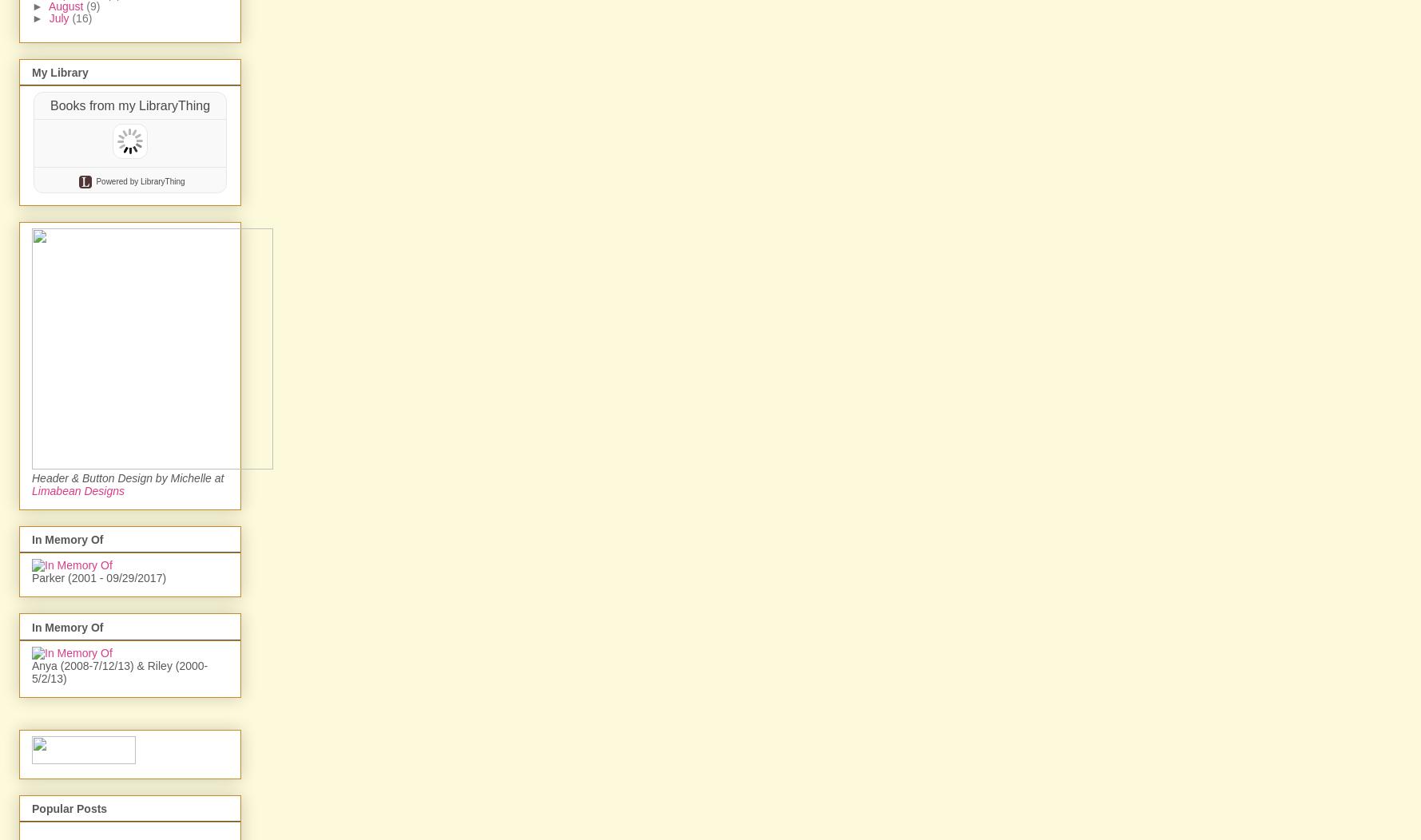  What do you see at coordinates (157, 354) in the screenshot?
I see `'by LibraryThing'` at bounding box center [157, 354].